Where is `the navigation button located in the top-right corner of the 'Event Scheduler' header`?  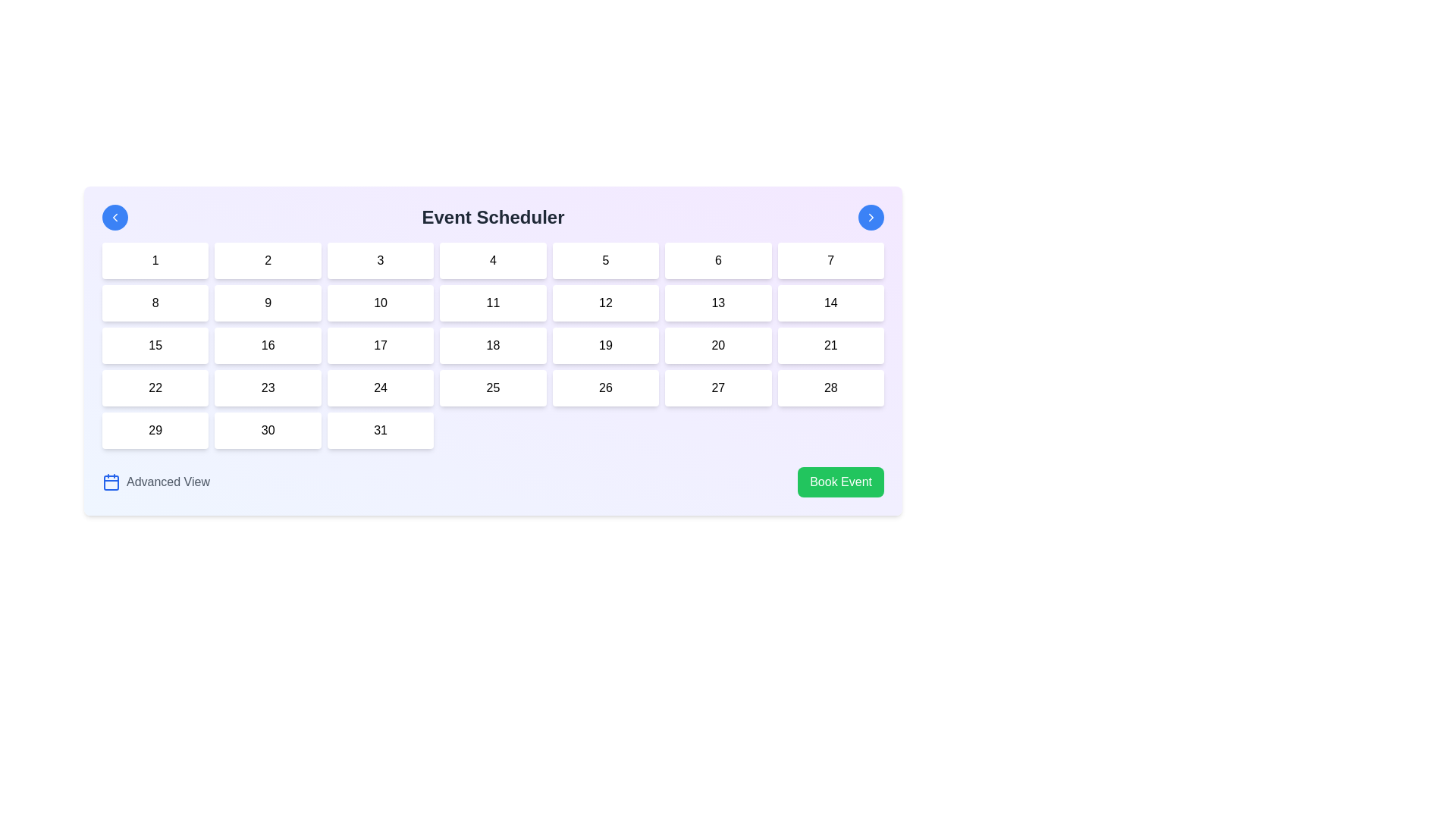 the navigation button located in the top-right corner of the 'Event Scheduler' header is located at coordinates (871, 217).